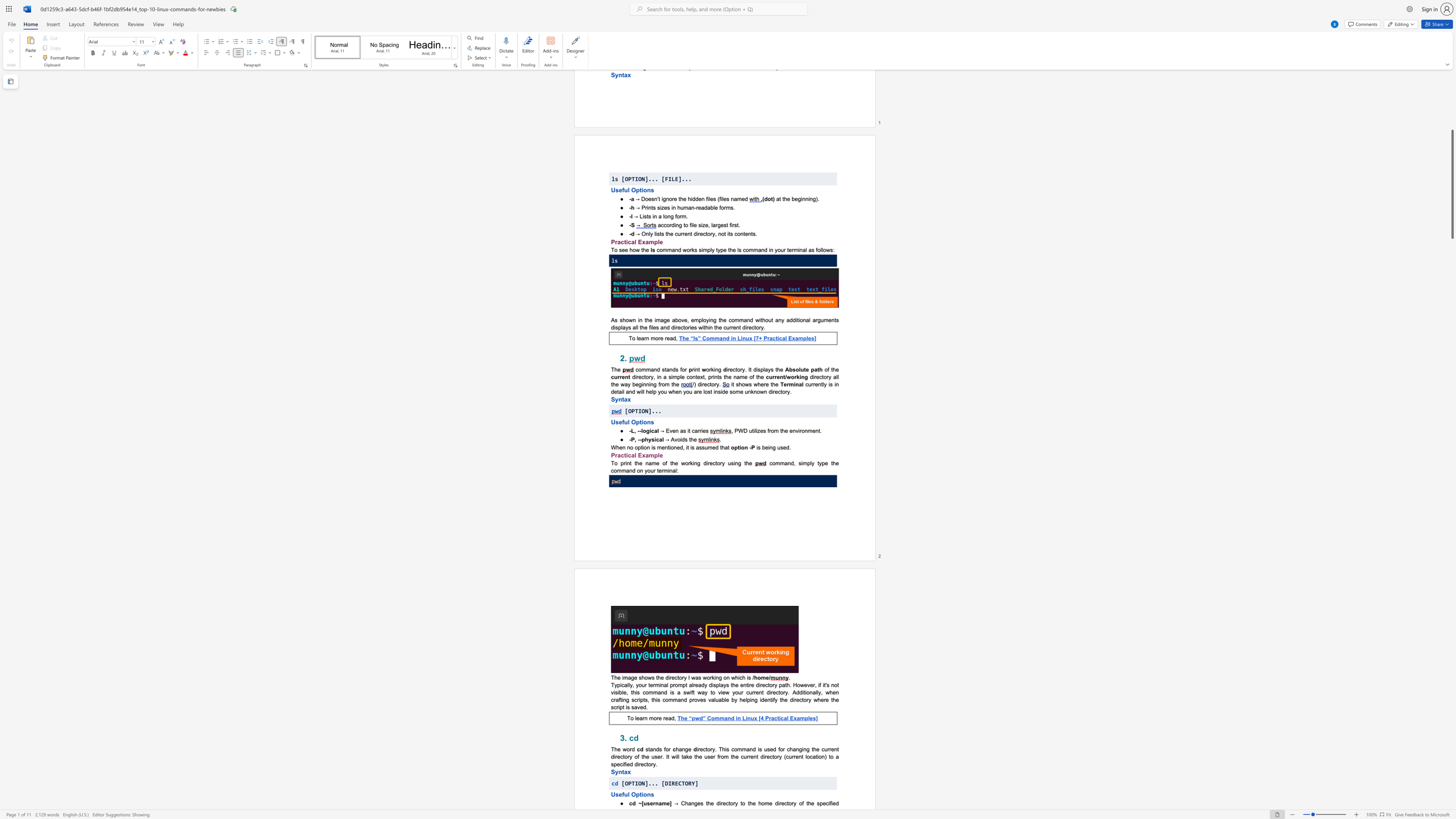 Image resolution: width=1456 pixels, height=819 pixels. I want to click on the subset text "ved." within the text "the directory where the script is saved.", so click(637, 707).